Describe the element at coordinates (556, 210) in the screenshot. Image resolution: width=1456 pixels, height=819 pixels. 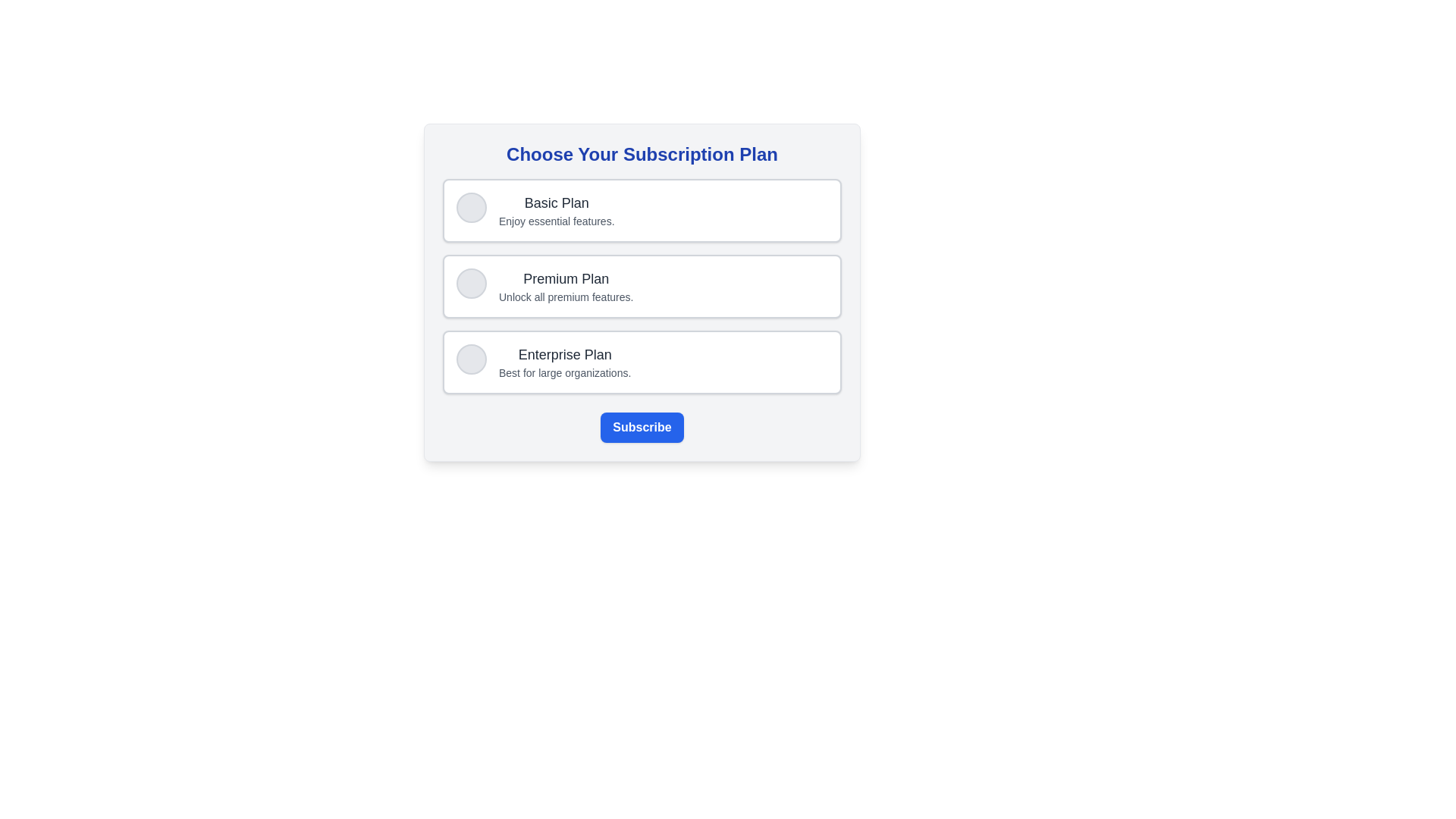
I see `text of the label providing the title and brief description for the 'Basic Plan' subscription option located beneath the section header 'Choose Your Subscription Plan'` at that location.